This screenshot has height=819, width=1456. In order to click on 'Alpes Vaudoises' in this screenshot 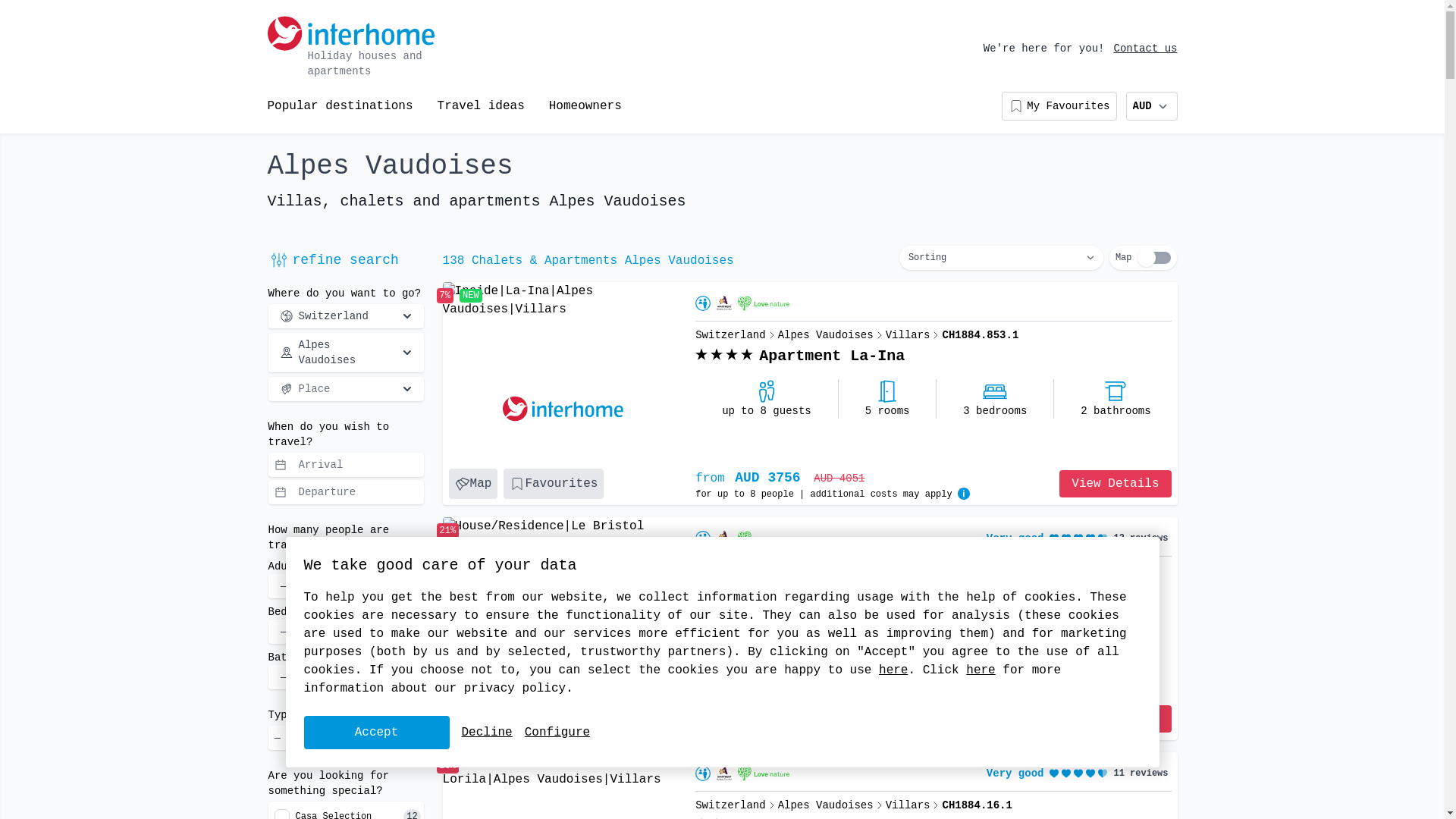, I will do `click(268, 353)`.